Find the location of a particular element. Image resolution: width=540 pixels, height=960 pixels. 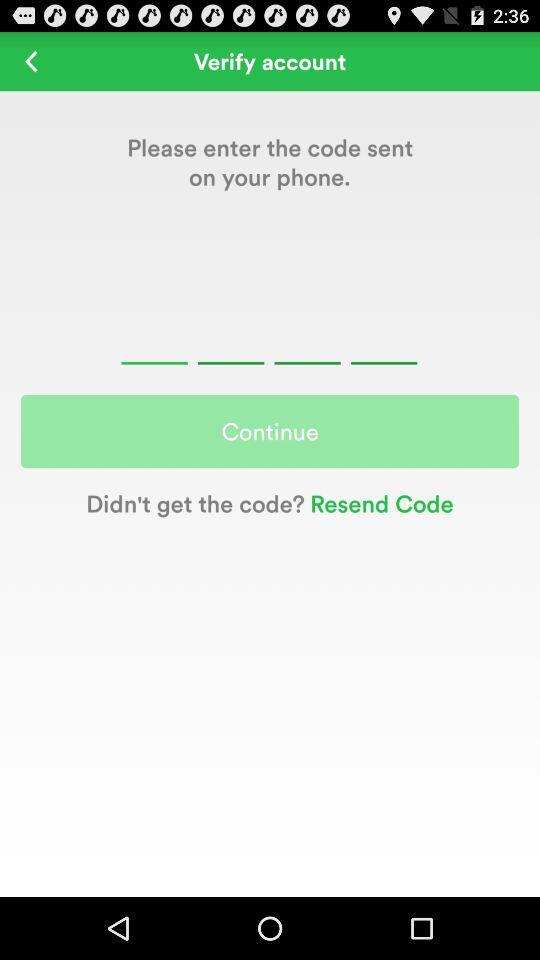

previous screen is located at coordinates (30, 61).